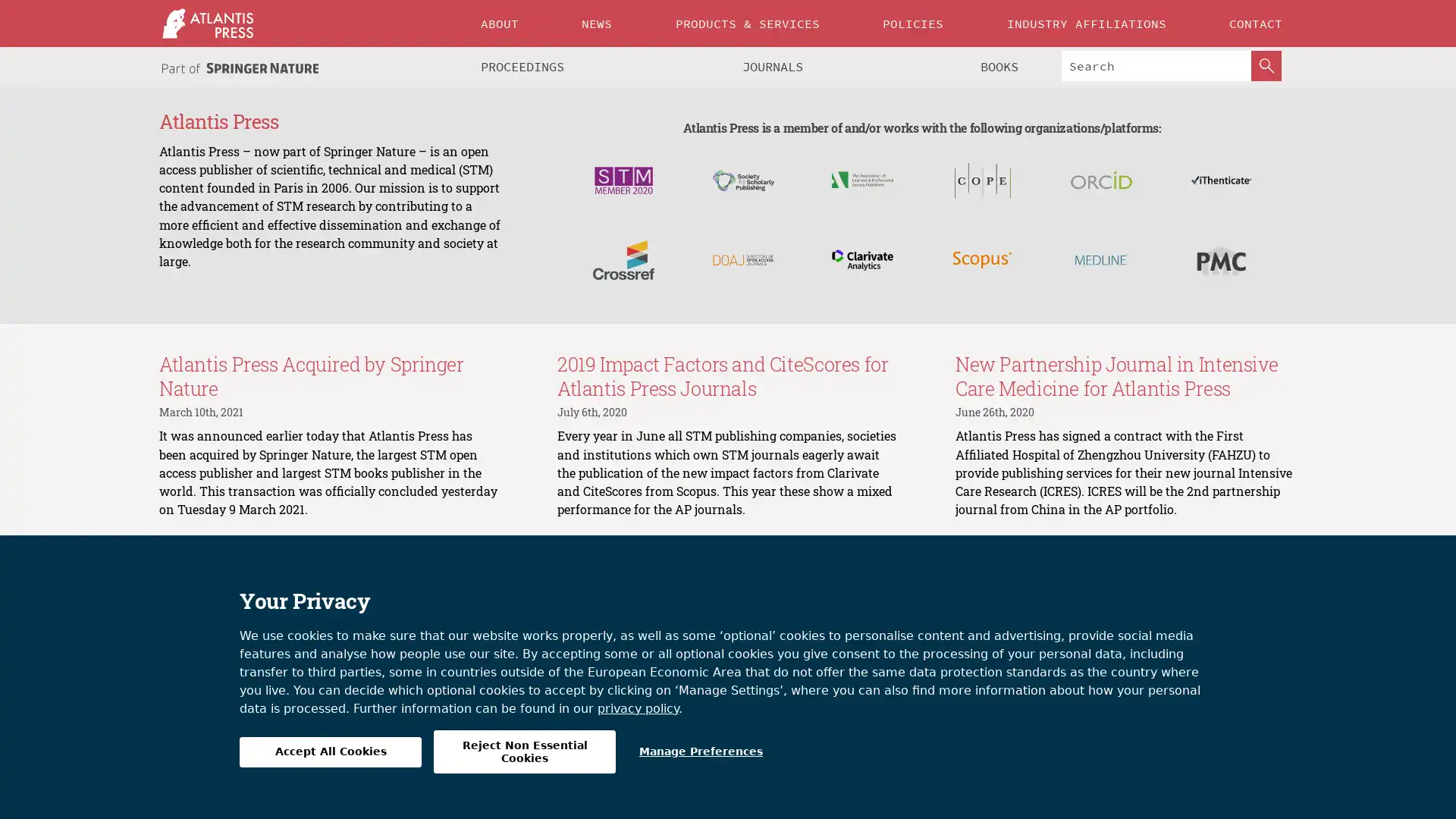 The height and width of the screenshot is (819, 1456). What do you see at coordinates (524, 752) in the screenshot?
I see `Reject Non Essential Cookies` at bounding box center [524, 752].